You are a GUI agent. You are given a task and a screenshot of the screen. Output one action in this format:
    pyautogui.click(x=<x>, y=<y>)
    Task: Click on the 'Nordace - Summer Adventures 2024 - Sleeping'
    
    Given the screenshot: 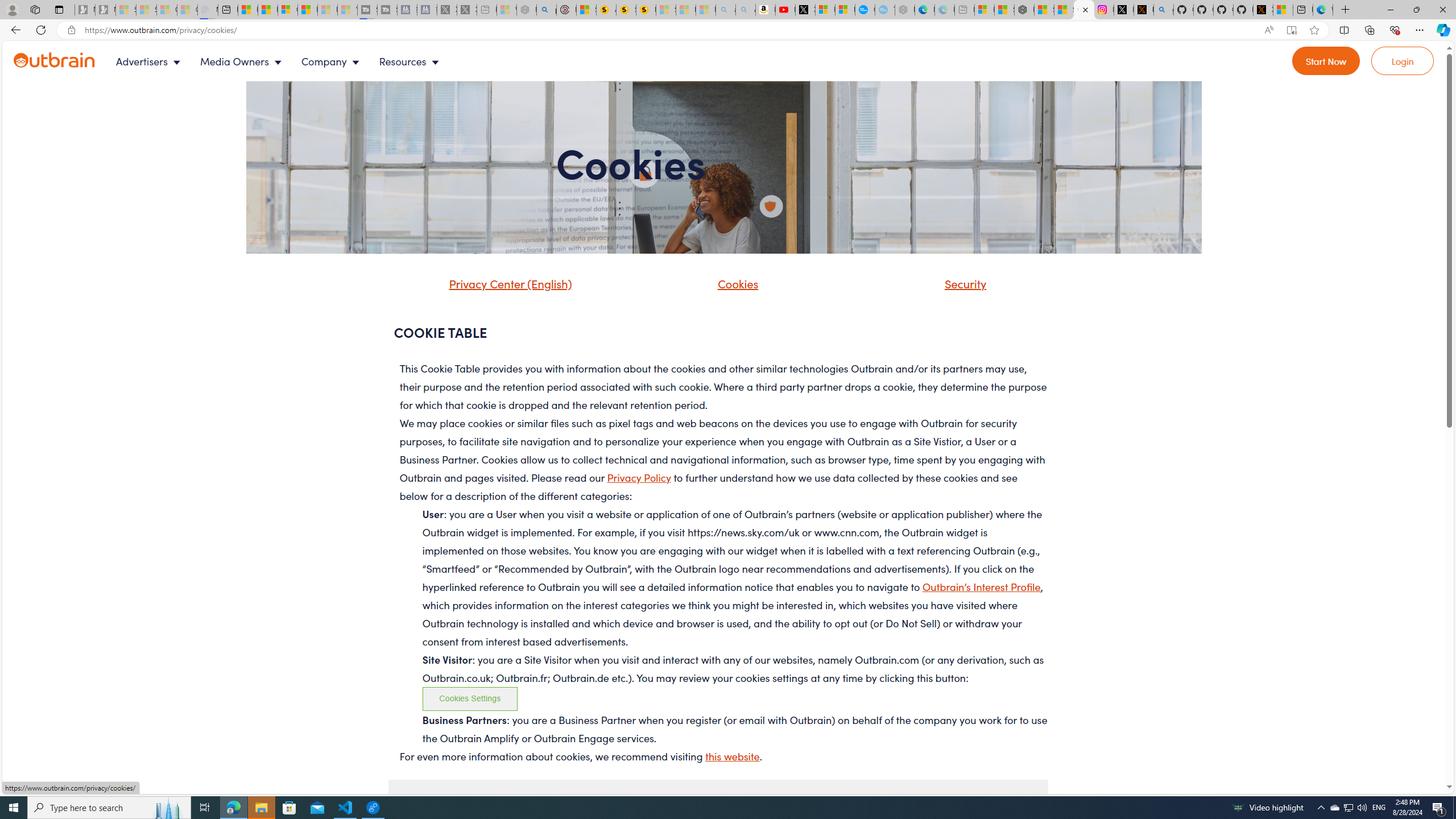 What is the action you would take?
    pyautogui.click(x=526, y=9)
    